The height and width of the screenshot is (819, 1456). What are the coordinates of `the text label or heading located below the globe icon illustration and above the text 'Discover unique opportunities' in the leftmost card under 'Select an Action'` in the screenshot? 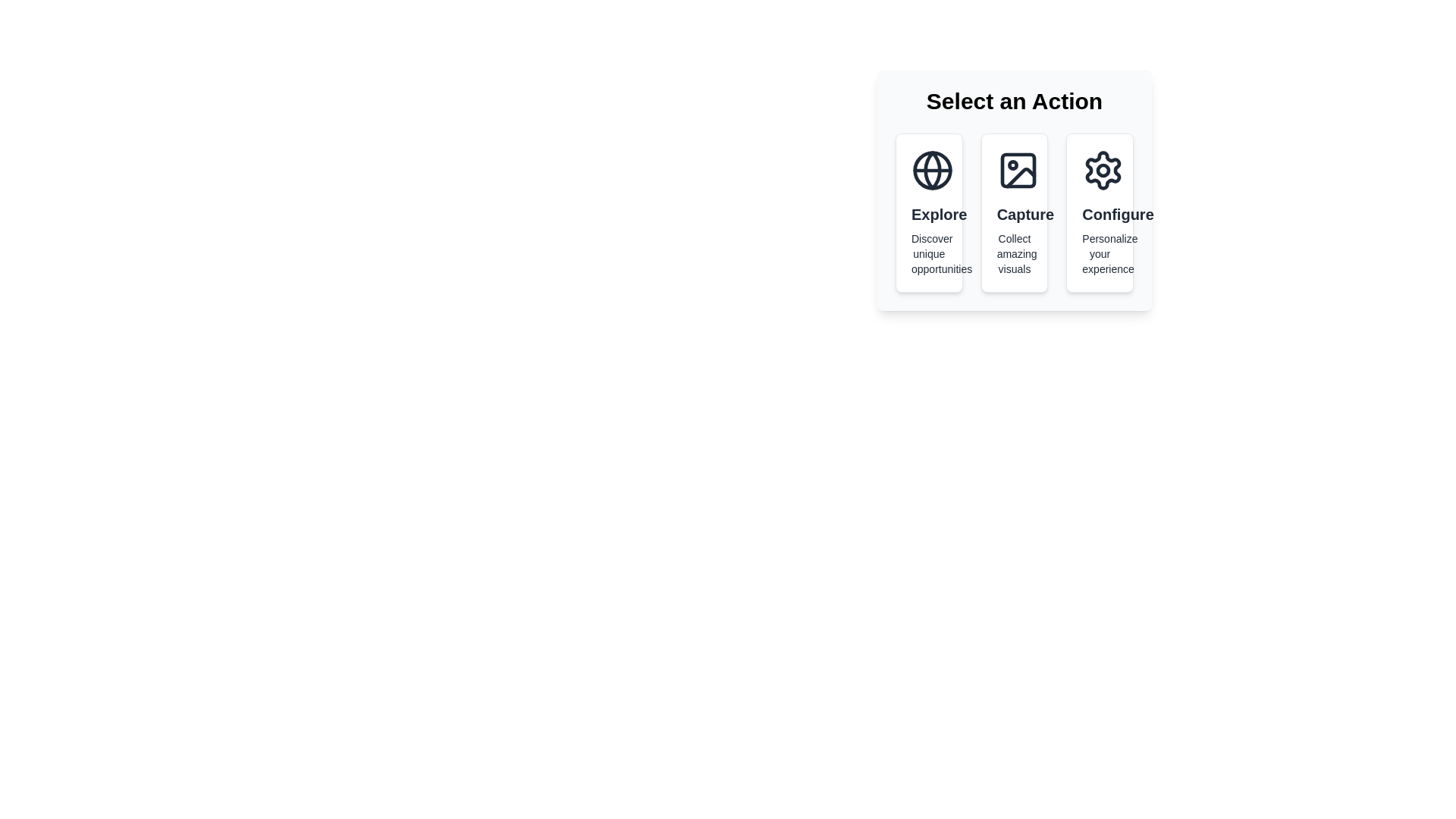 It's located at (928, 214).